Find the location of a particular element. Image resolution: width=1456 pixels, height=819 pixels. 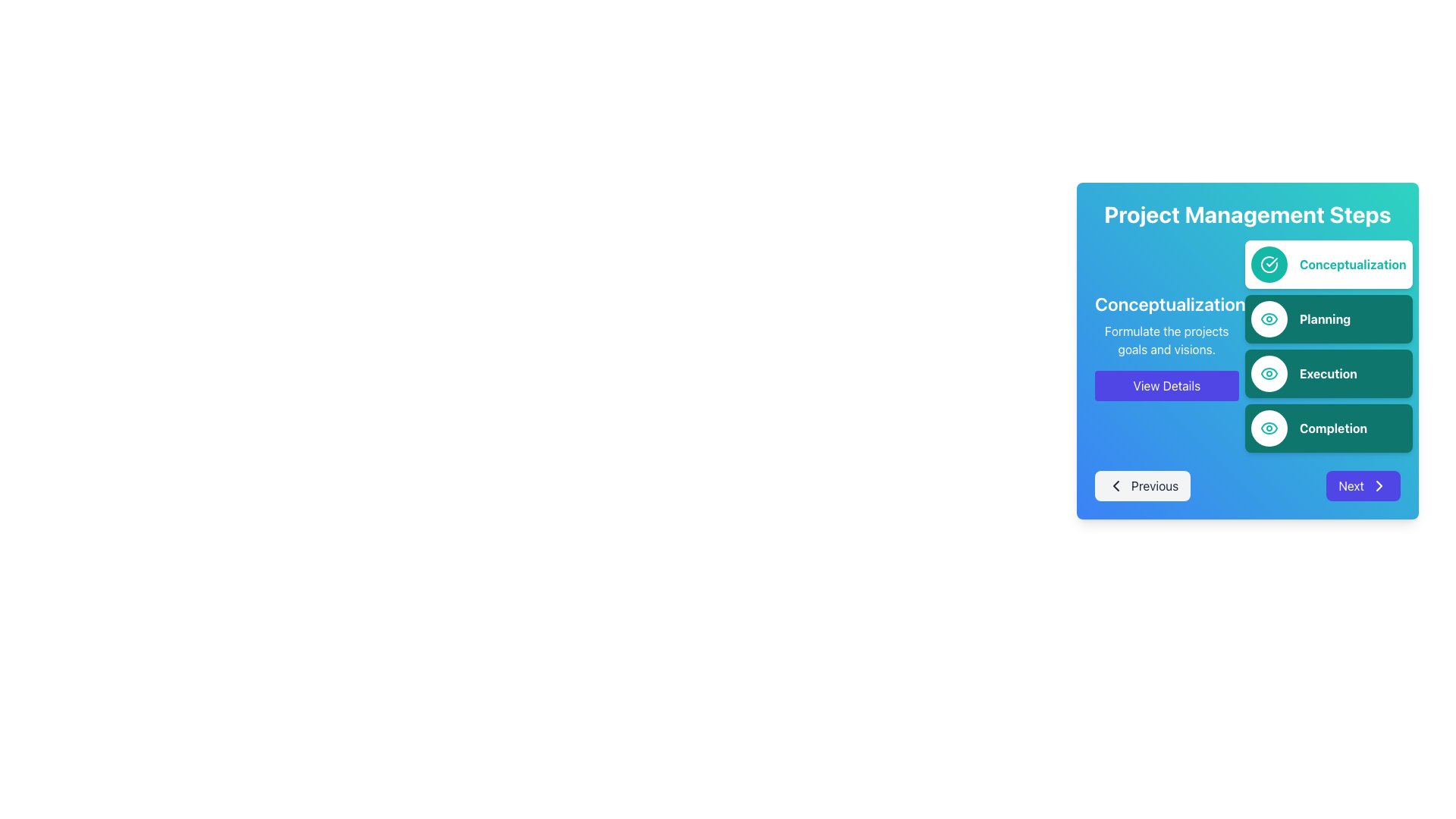

the 'Completion' button, which is a teal rectangular button with rounded corners located in the 'Project Management Steps' section is located at coordinates (1328, 428).